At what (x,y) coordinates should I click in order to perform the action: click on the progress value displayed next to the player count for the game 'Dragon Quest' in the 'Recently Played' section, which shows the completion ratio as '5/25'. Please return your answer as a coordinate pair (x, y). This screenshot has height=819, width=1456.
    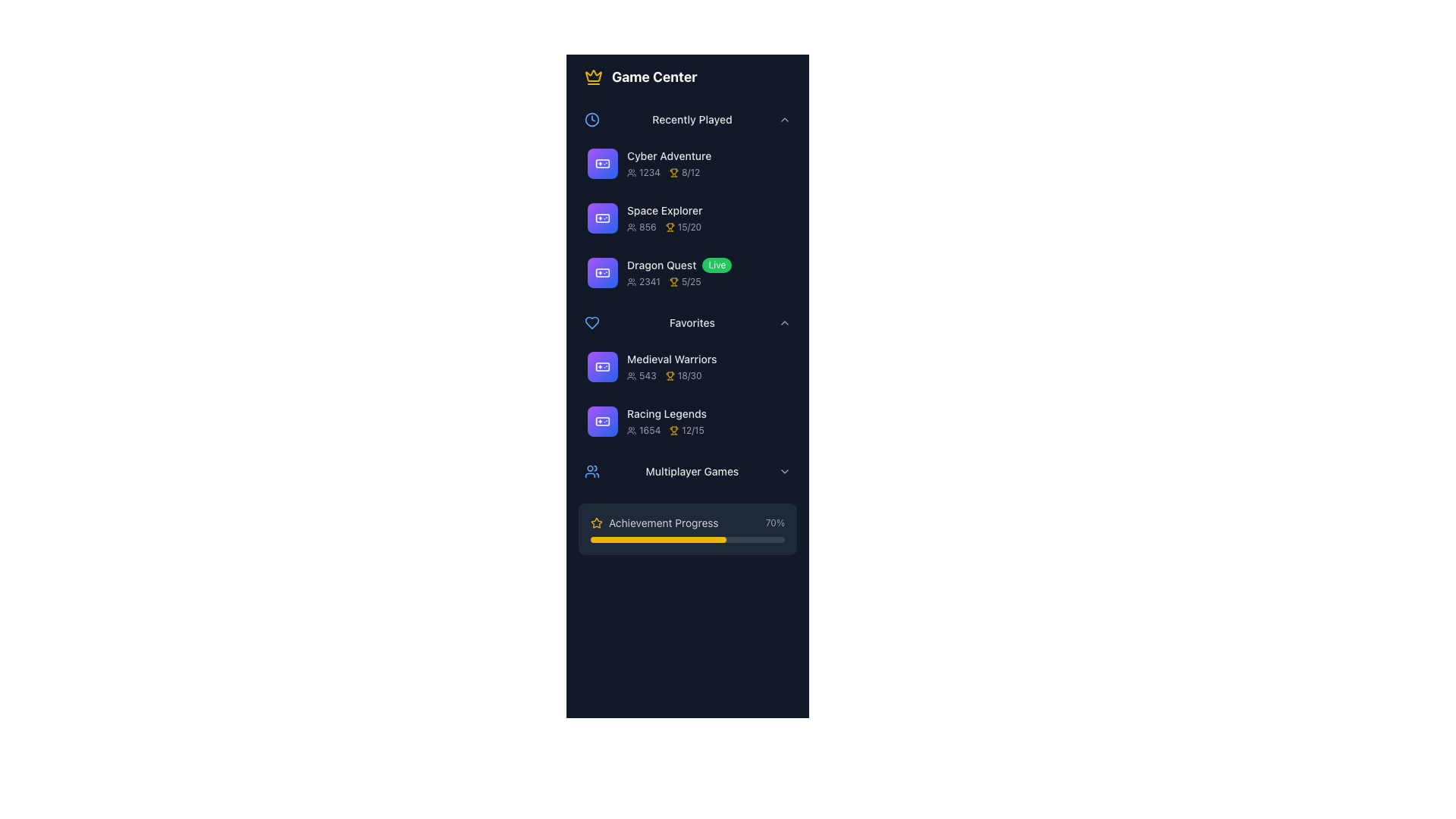
    Looking at the image, I should click on (684, 281).